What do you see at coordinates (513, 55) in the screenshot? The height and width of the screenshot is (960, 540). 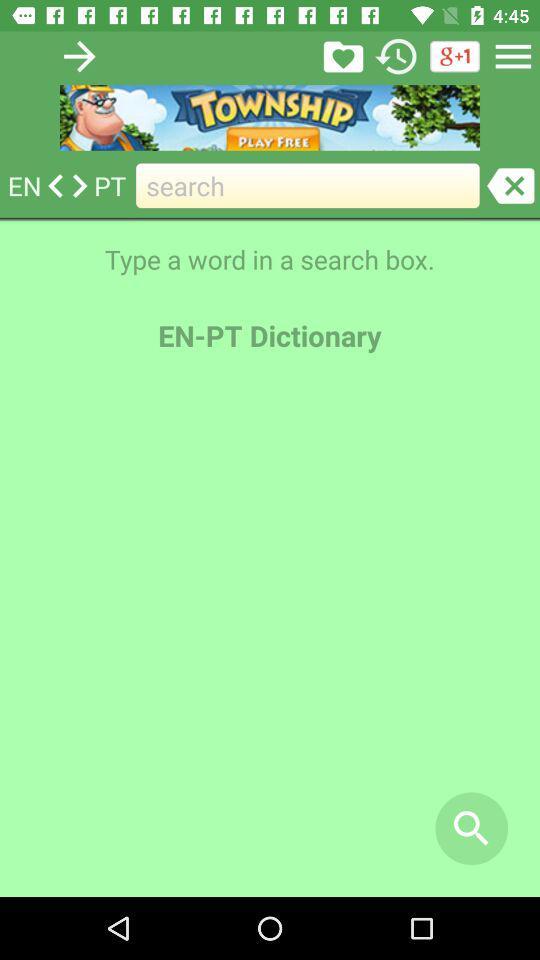 I see `options menu` at bounding box center [513, 55].